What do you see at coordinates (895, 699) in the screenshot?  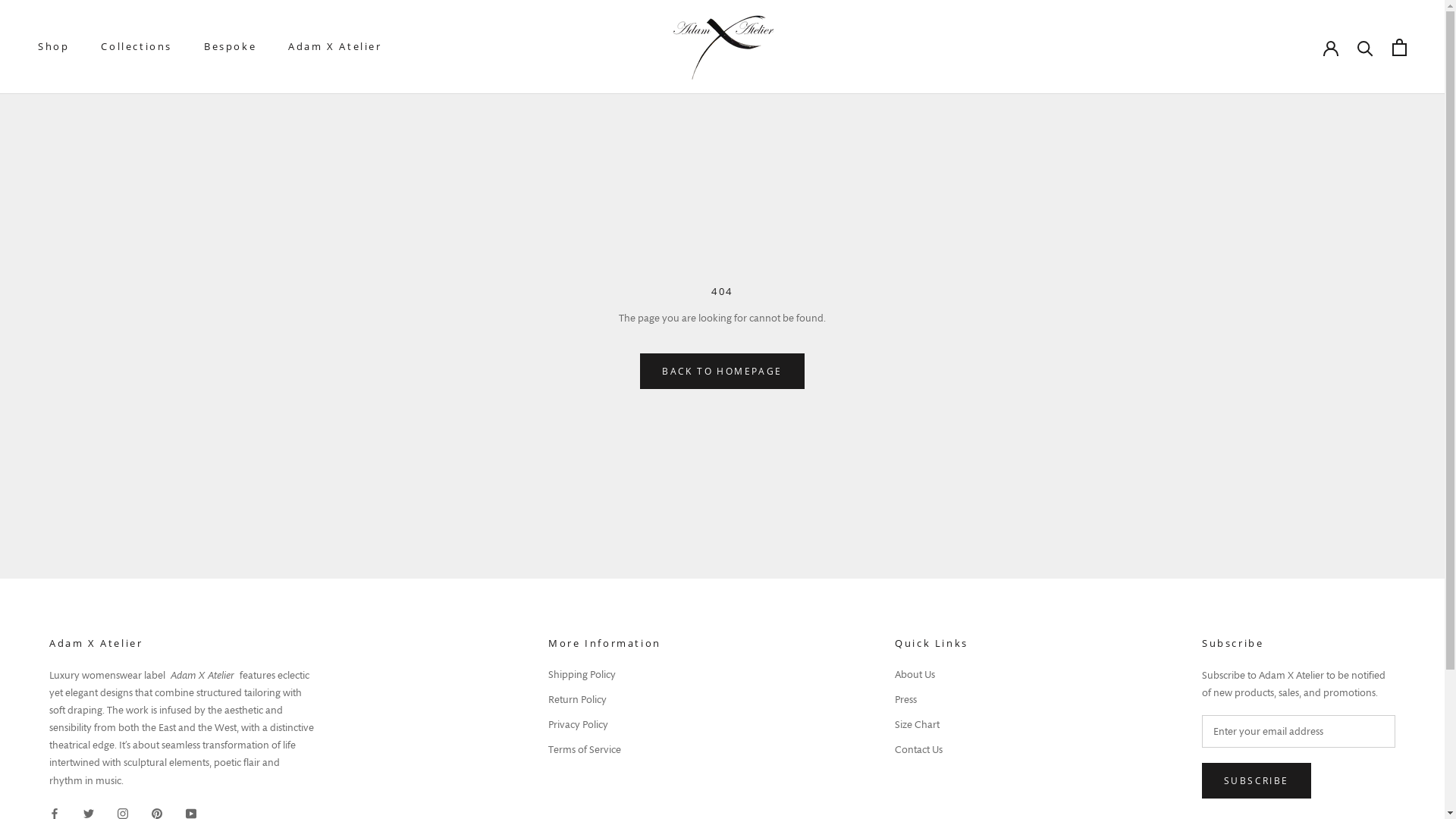 I see `'Press'` at bounding box center [895, 699].